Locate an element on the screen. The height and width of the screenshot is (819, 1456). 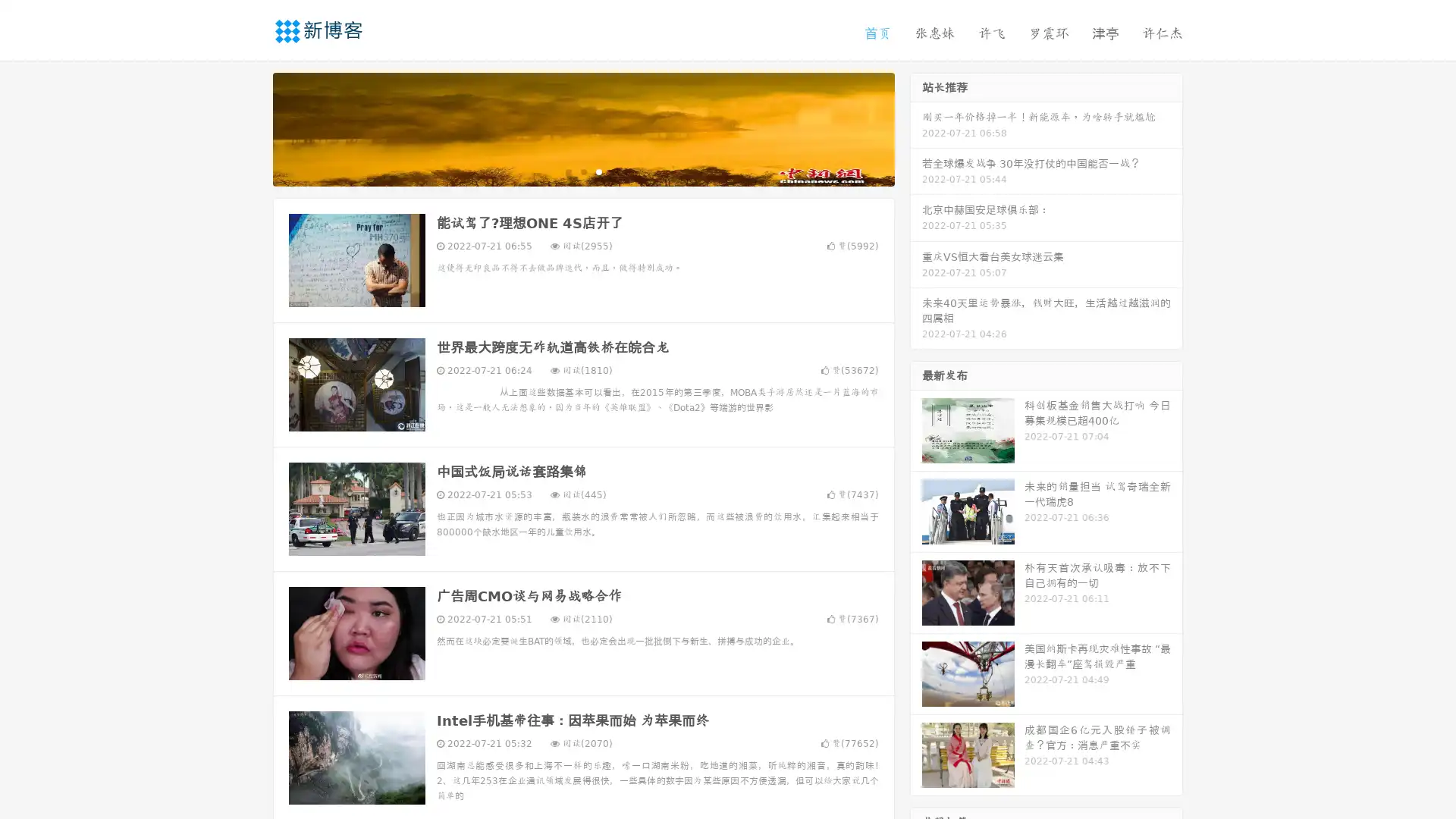
Go to slide 2 is located at coordinates (582, 171).